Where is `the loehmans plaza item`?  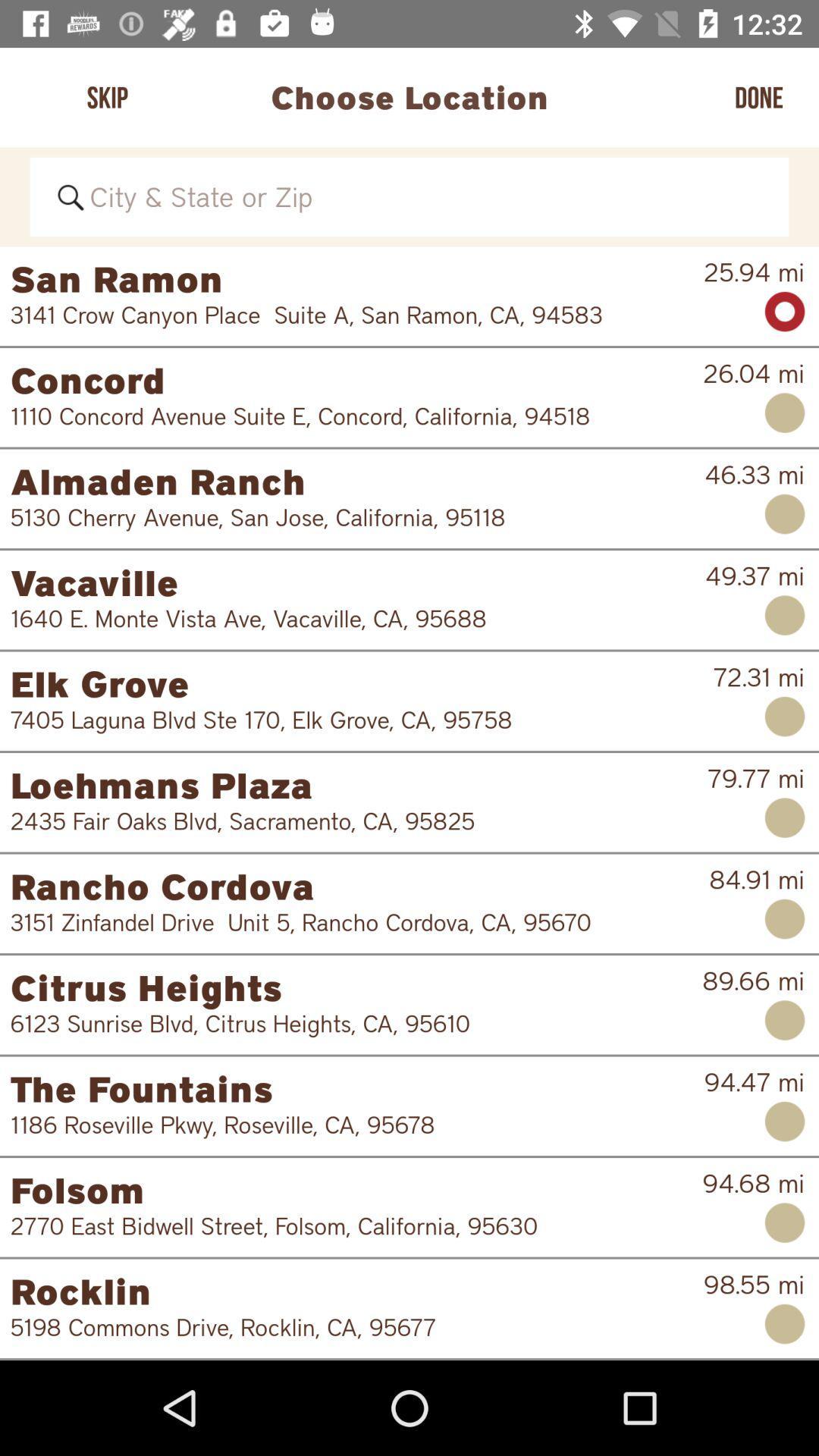 the loehmans plaza item is located at coordinates (359, 785).